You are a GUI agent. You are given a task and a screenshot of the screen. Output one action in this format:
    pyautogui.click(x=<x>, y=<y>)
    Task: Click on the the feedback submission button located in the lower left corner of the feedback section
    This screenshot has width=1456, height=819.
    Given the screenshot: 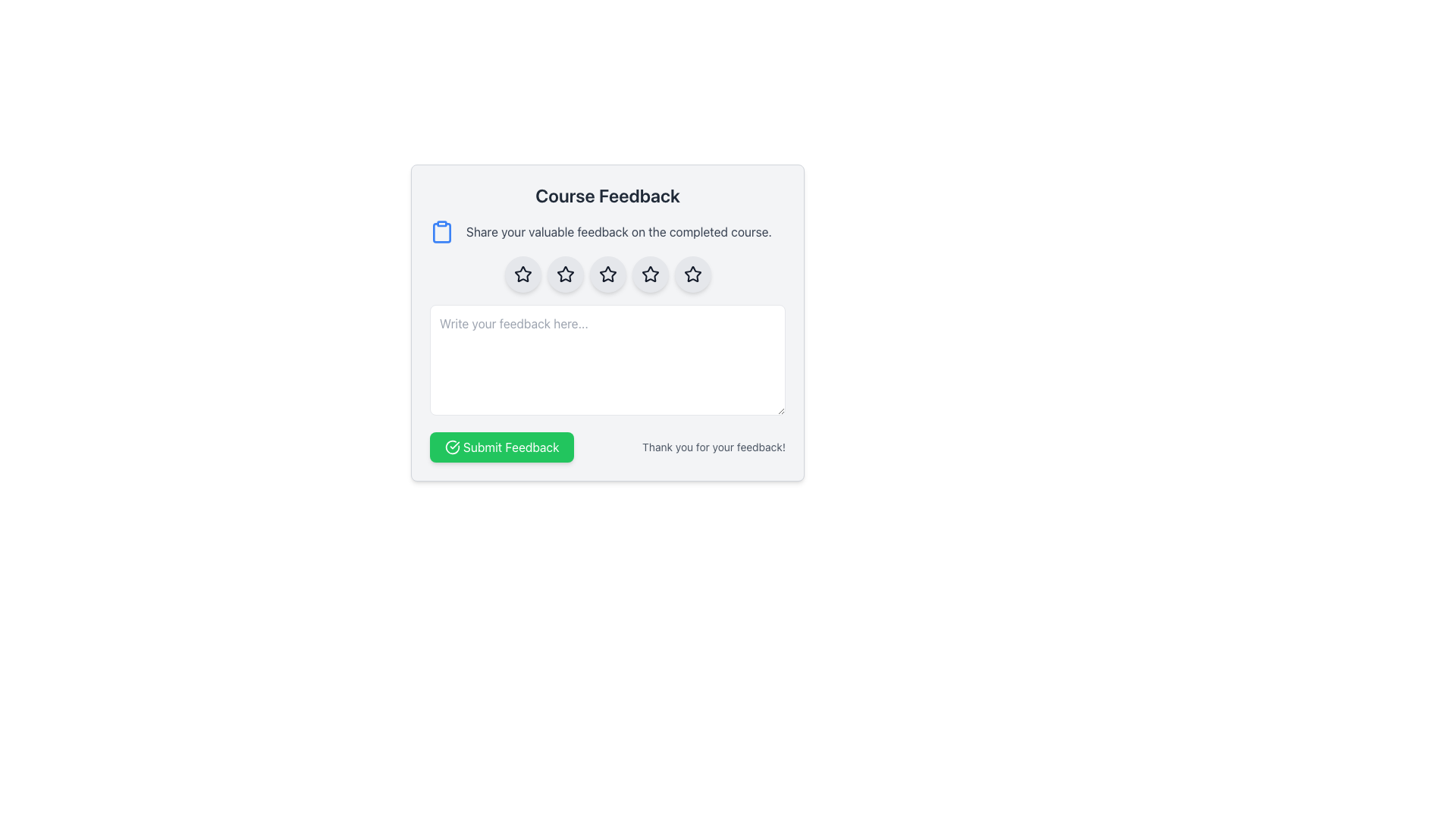 What is the action you would take?
    pyautogui.click(x=502, y=447)
    